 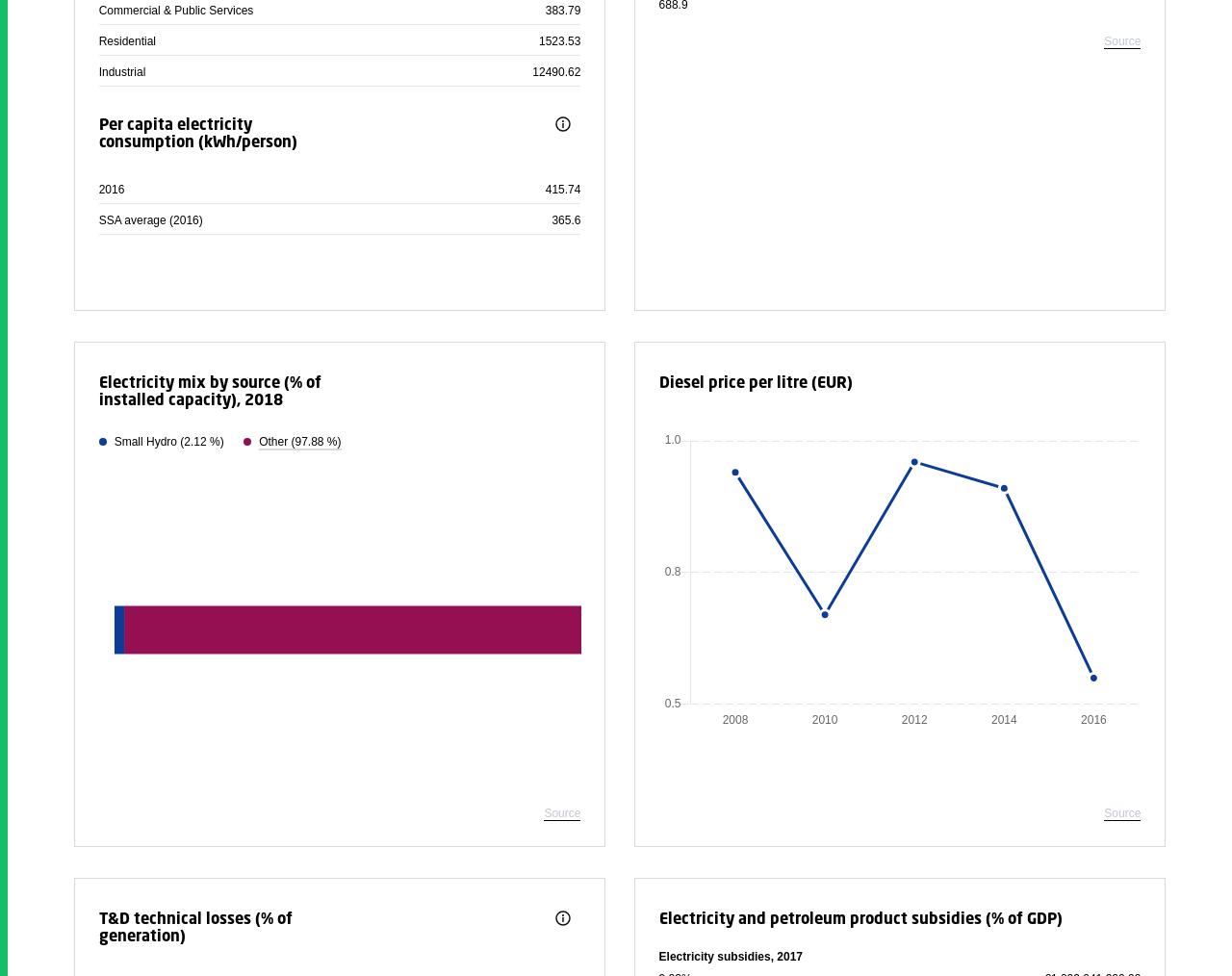 What do you see at coordinates (149, 218) in the screenshot?
I see `'SSA average (2016)'` at bounding box center [149, 218].